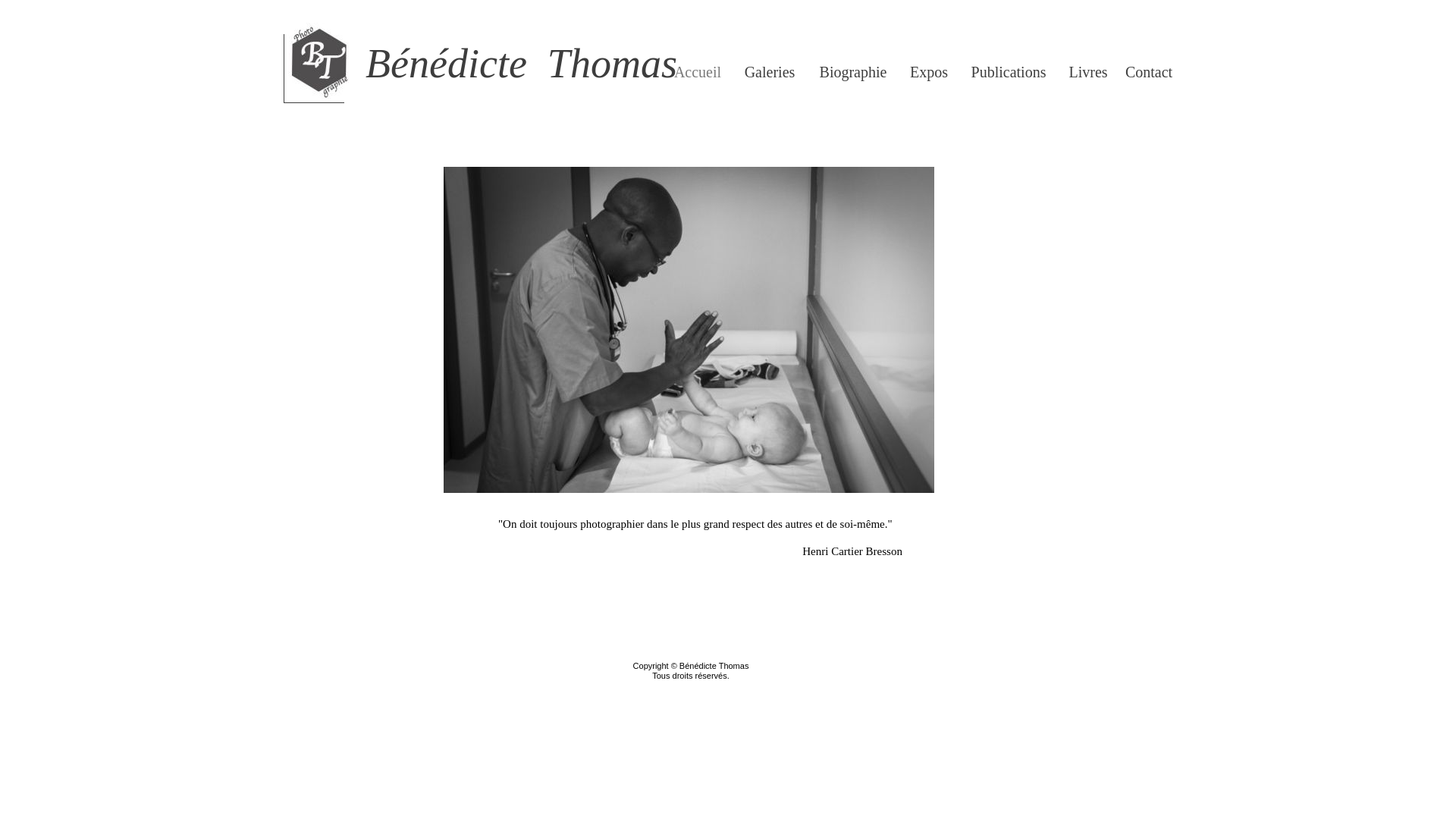 The image size is (1456, 819). Describe the element at coordinates (1008, 72) in the screenshot. I see `'Publications'` at that location.